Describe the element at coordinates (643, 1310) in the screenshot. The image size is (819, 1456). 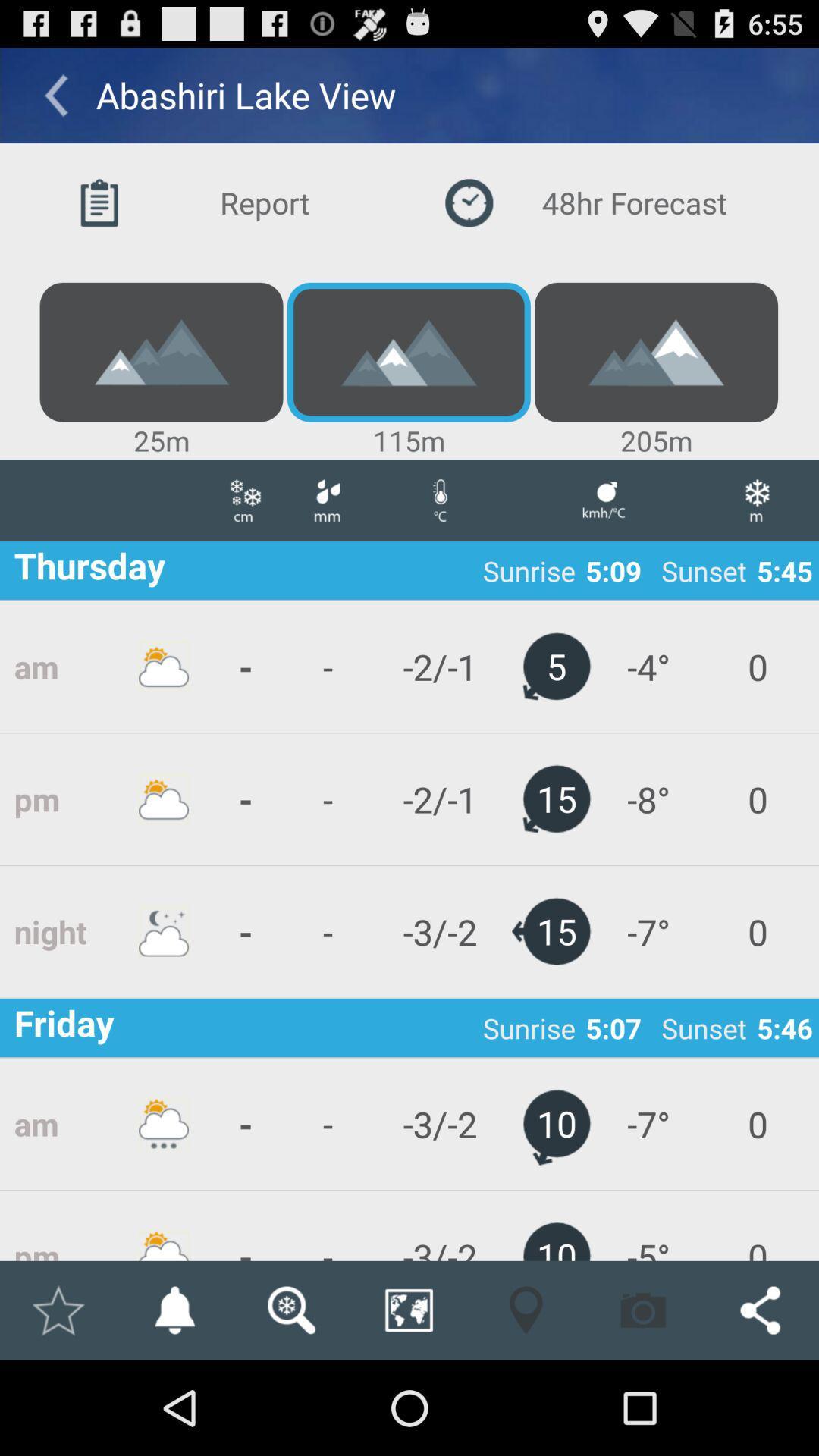
I see `item below 10 app` at that location.